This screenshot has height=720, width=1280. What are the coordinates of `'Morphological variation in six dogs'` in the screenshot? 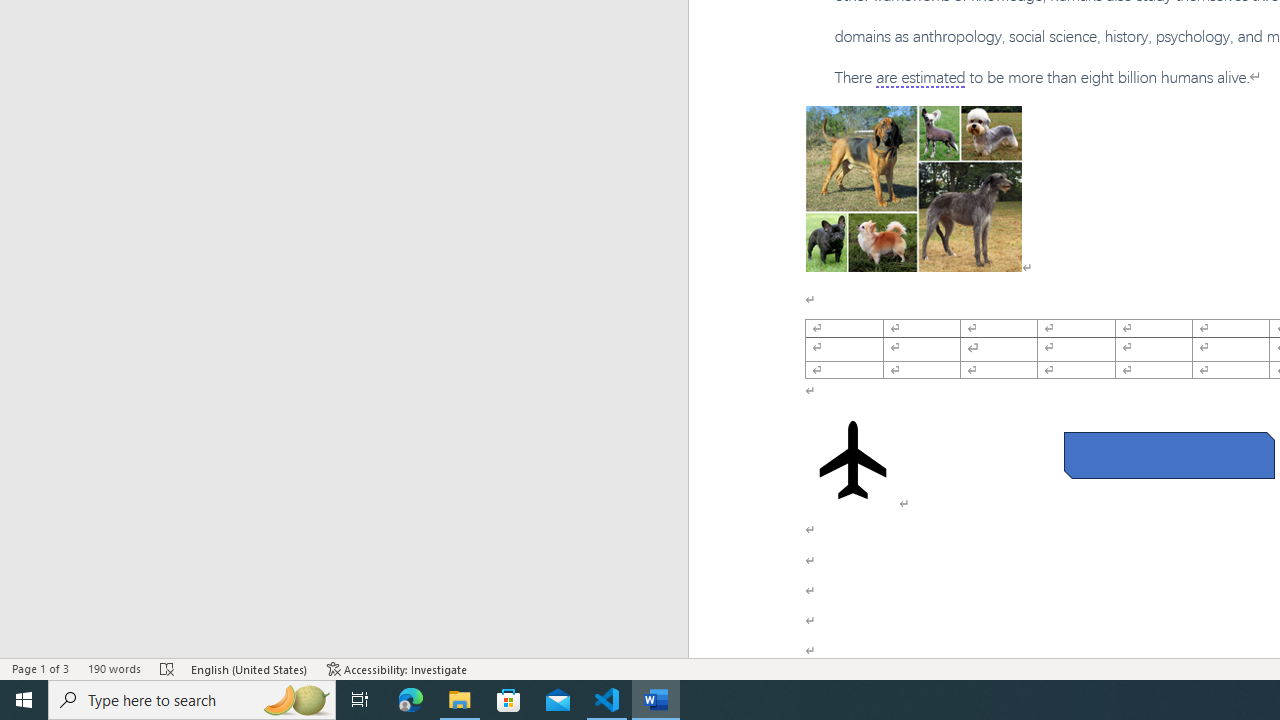 It's located at (912, 189).